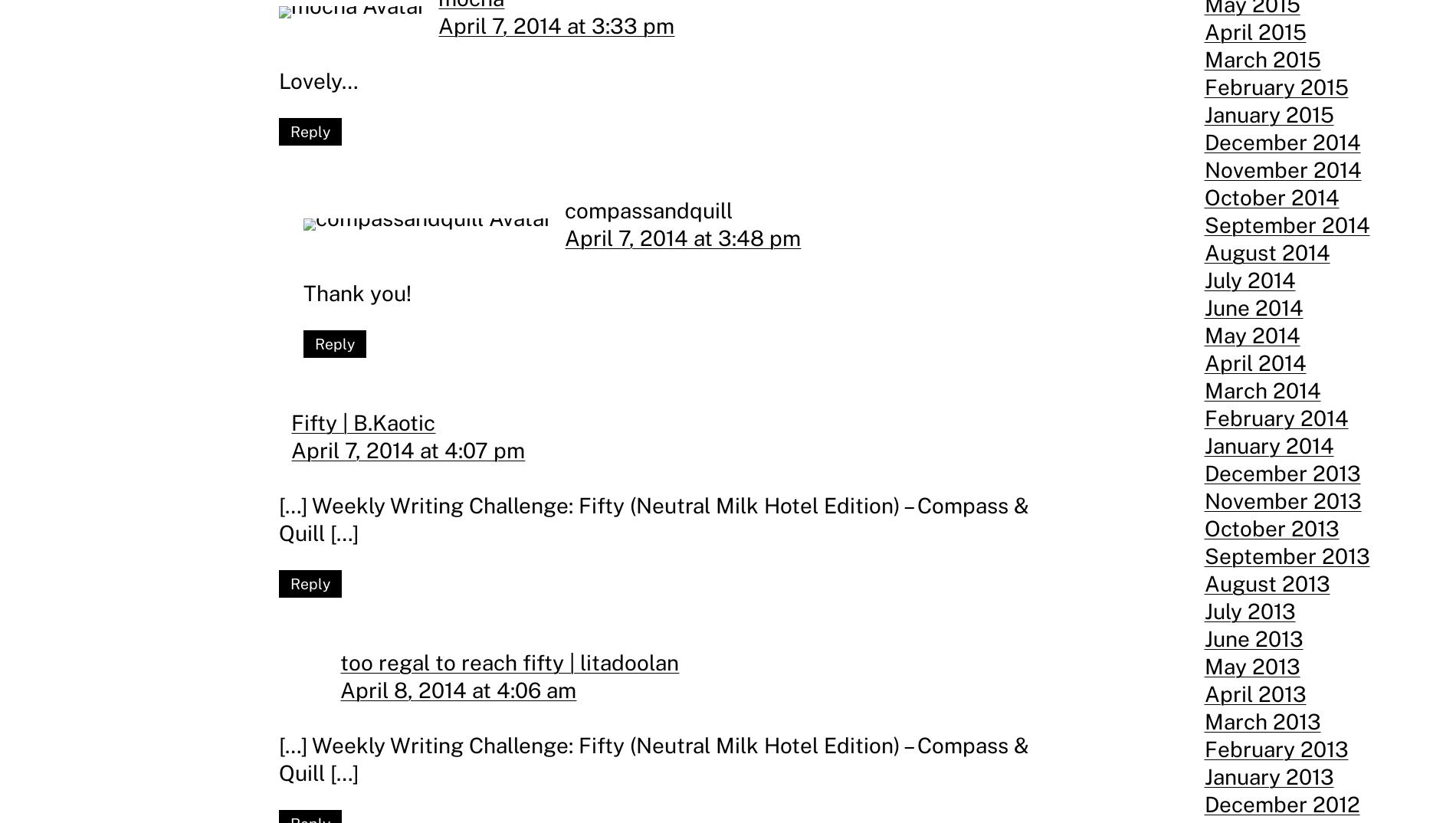 Image resolution: width=1456 pixels, height=823 pixels. Describe the element at coordinates (317, 80) in the screenshot. I see `'Lovely…'` at that location.